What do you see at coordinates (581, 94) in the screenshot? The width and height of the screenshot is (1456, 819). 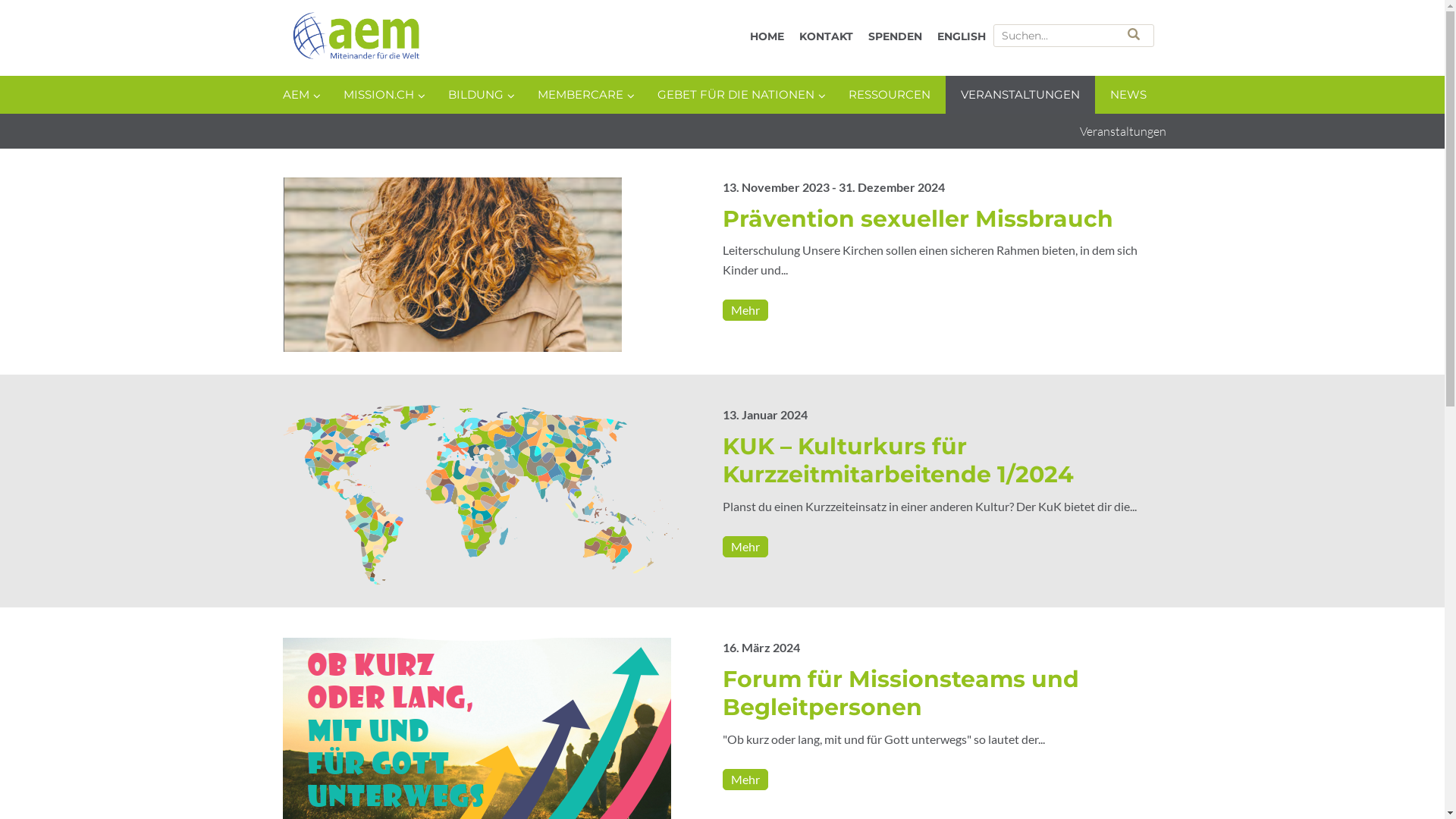 I see `'MEMBERCARE'` at bounding box center [581, 94].